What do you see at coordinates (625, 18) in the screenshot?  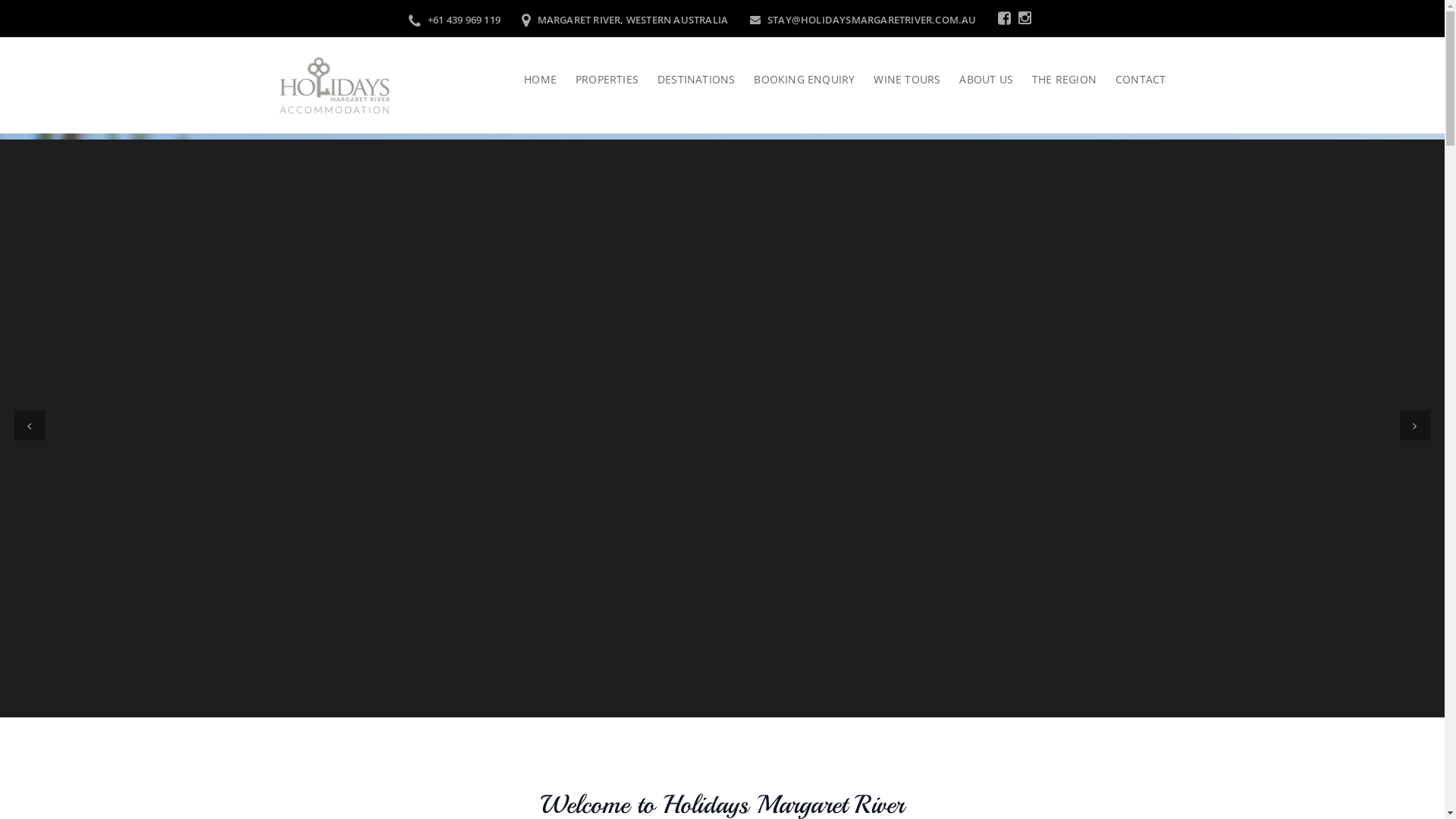 I see `'MARGARET RIVER, WESTERN AUSTRALIA'` at bounding box center [625, 18].